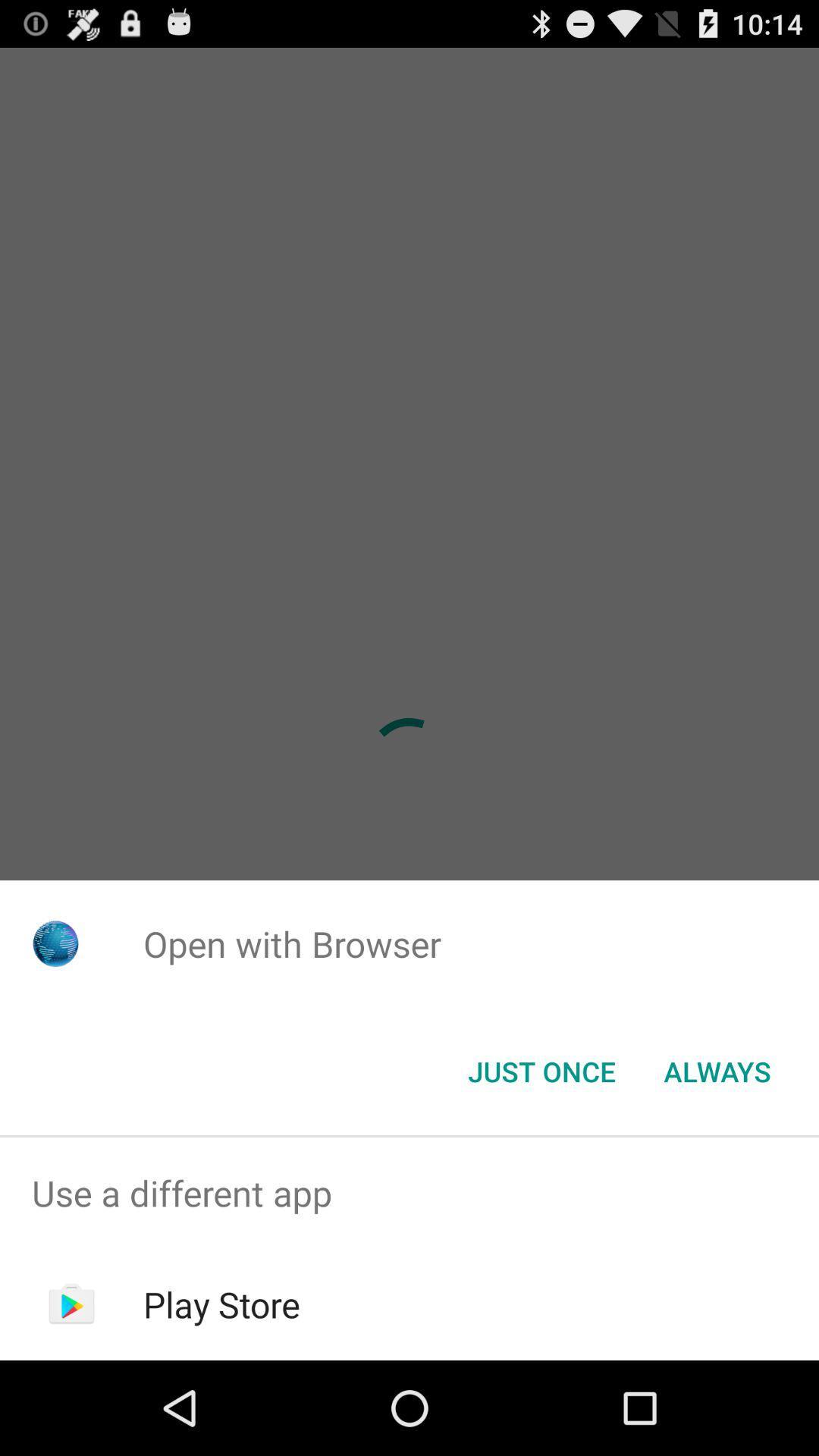 The height and width of the screenshot is (1456, 819). Describe the element at coordinates (541, 1070) in the screenshot. I see `item to the left of the always` at that location.